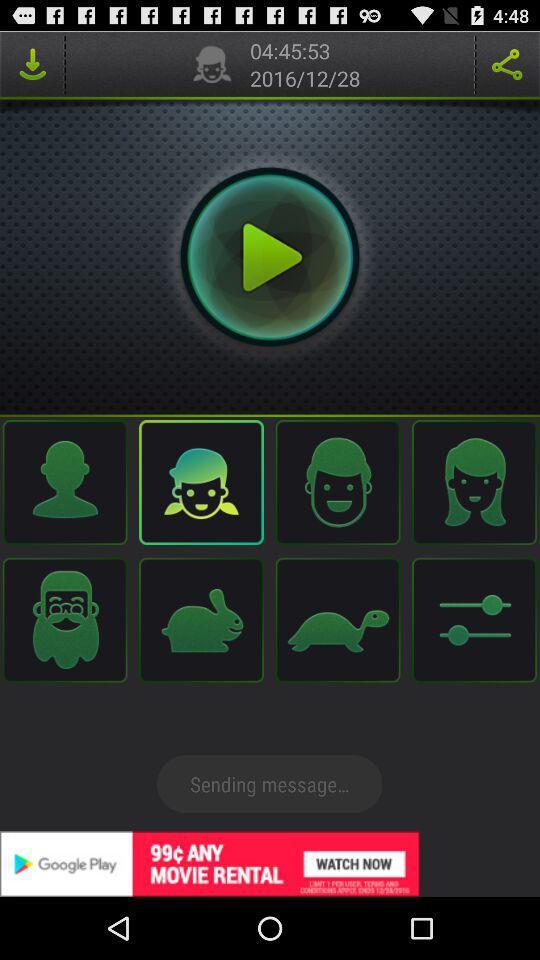 Image resolution: width=540 pixels, height=960 pixels. Describe the element at coordinates (507, 68) in the screenshot. I see `the share icon` at that location.